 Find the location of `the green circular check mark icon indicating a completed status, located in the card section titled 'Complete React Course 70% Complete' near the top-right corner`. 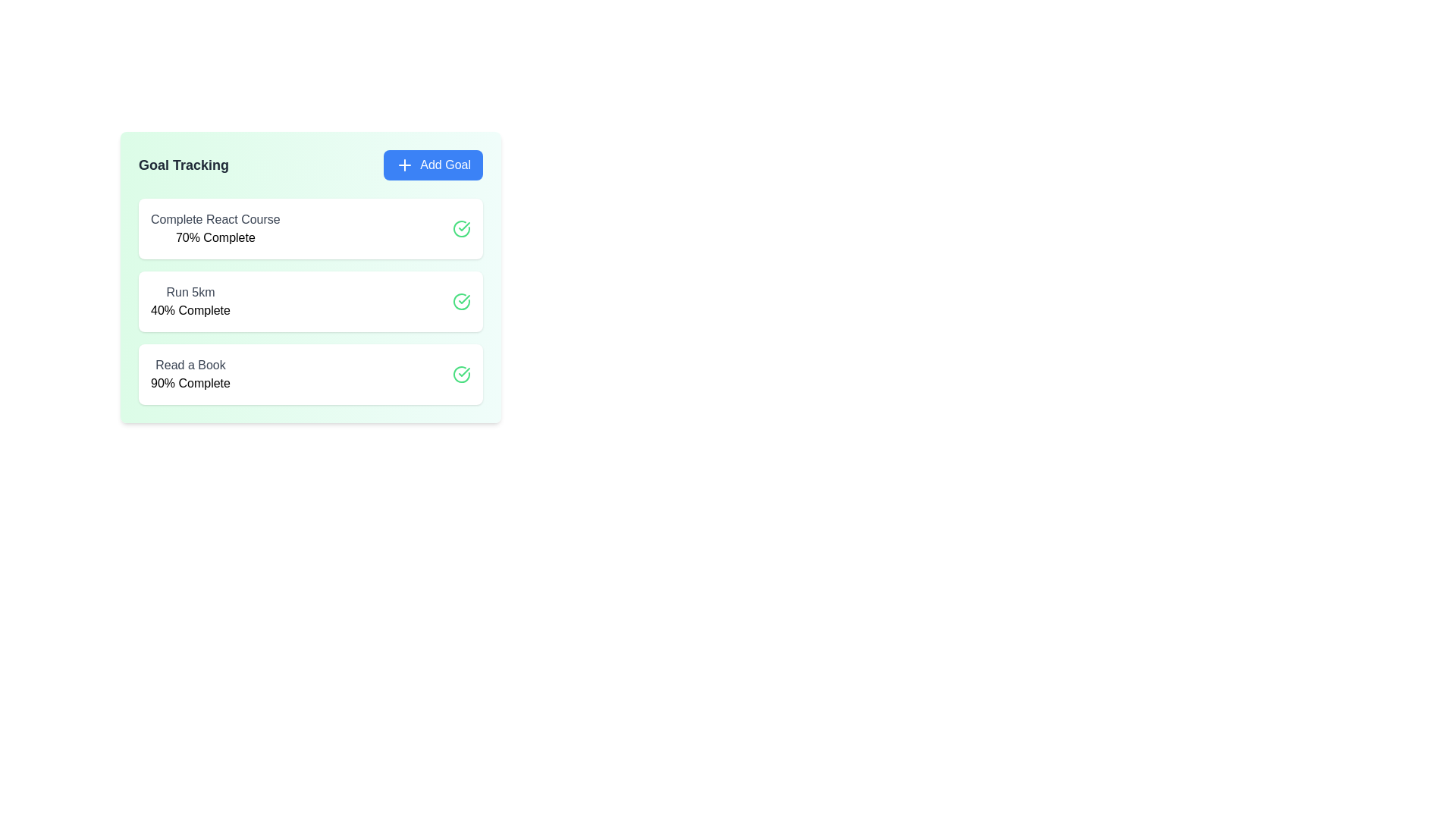

the green circular check mark icon indicating a completed status, located in the card section titled 'Complete React Course 70% Complete' near the top-right corner is located at coordinates (461, 228).